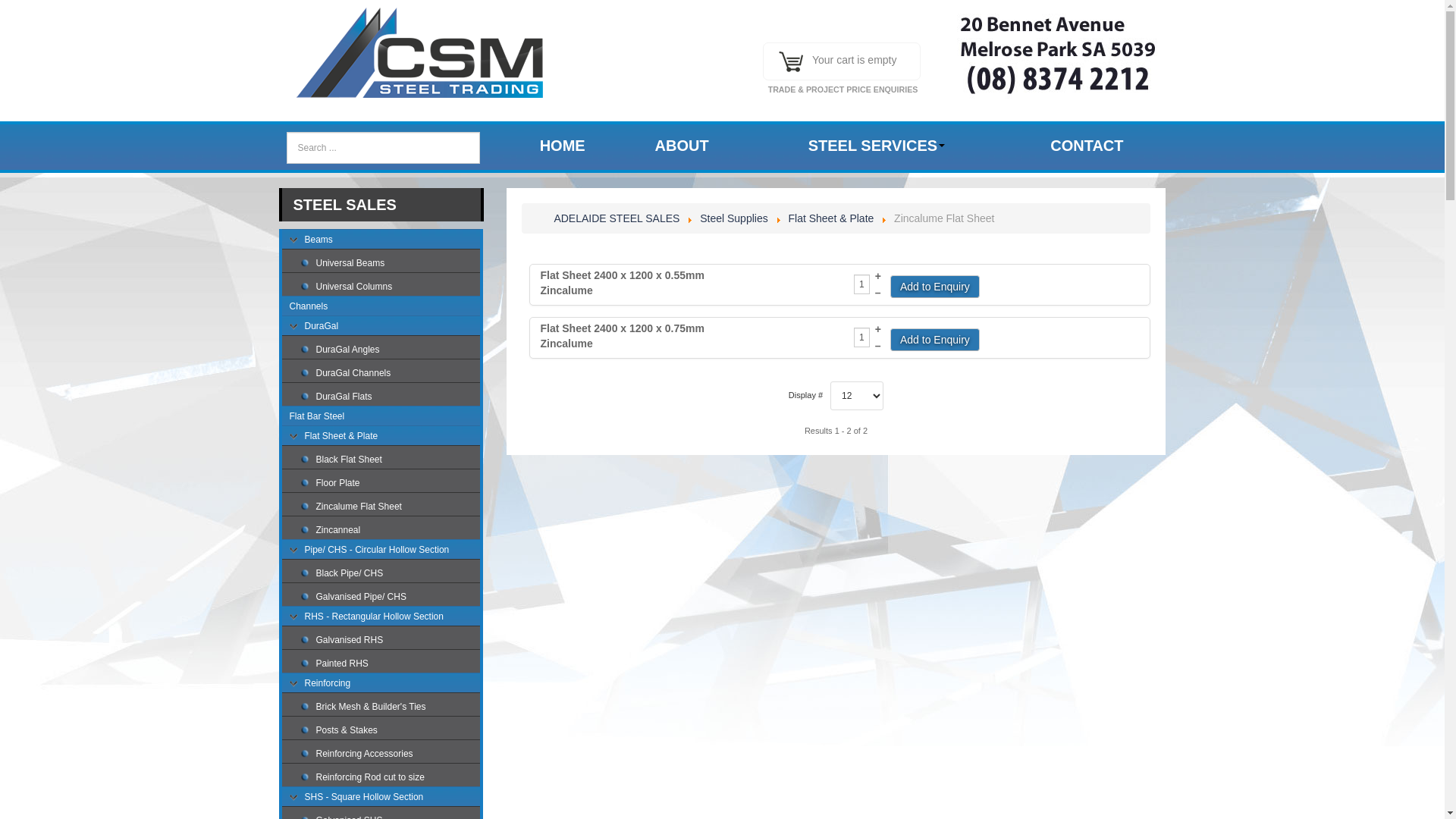 This screenshot has height=819, width=1456. I want to click on 'Universal Columns', so click(390, 288).